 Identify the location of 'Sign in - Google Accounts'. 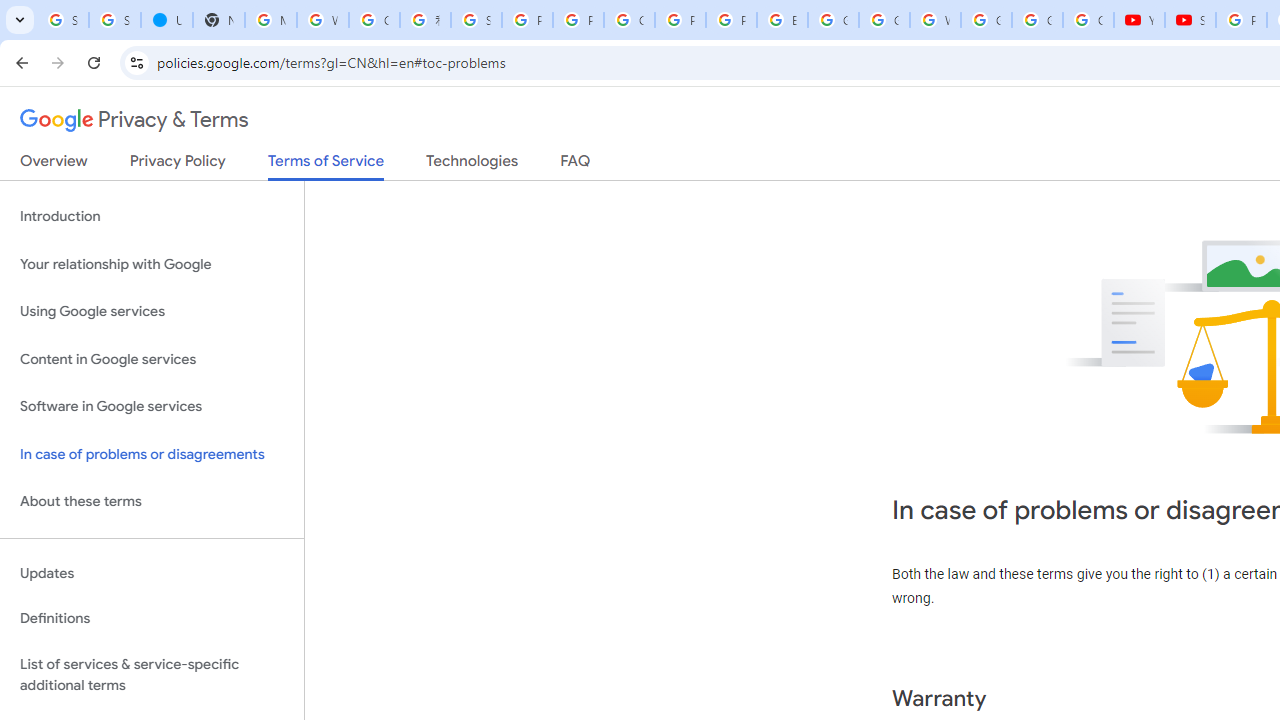
(63, 20).